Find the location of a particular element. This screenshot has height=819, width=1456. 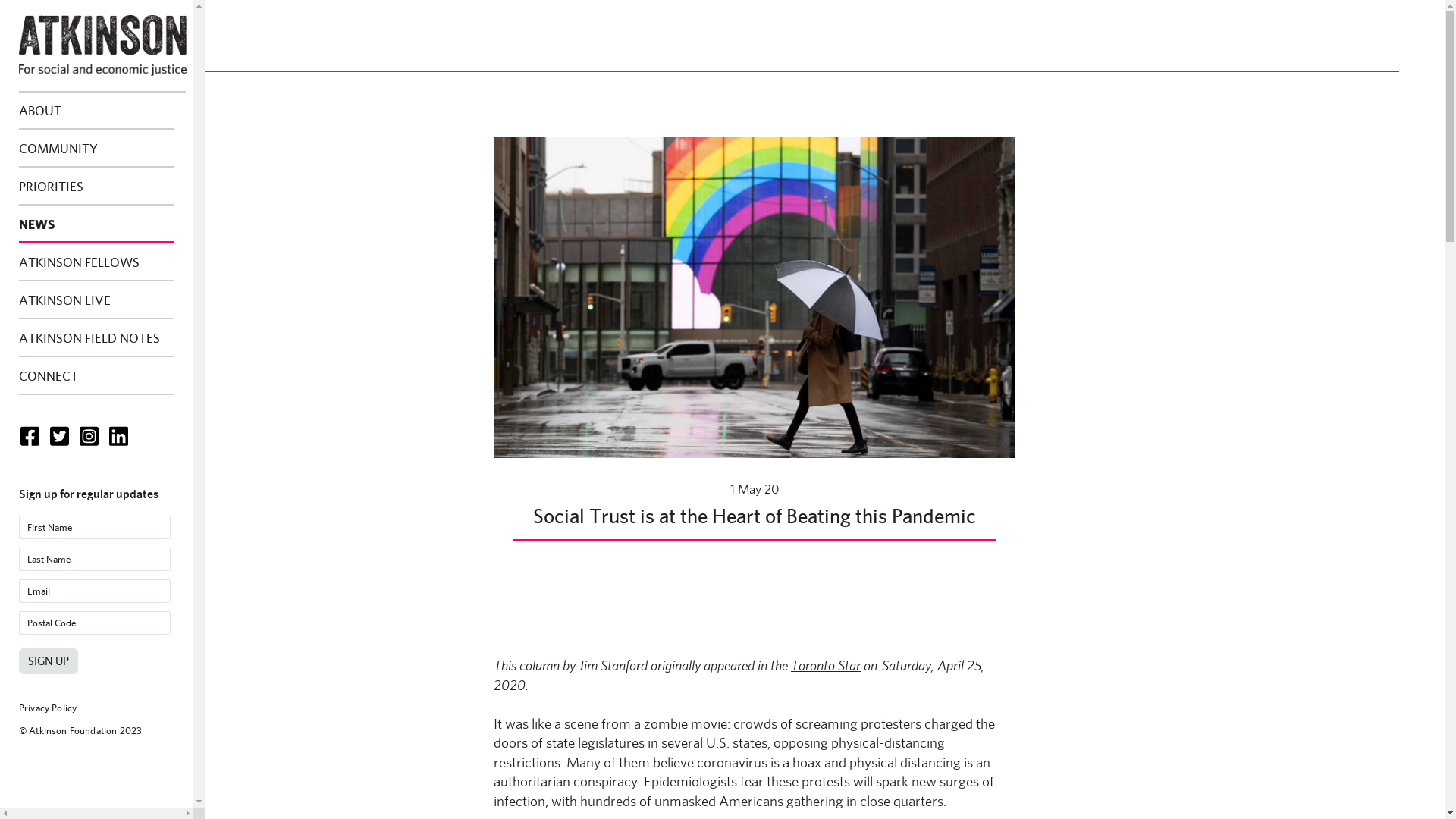

'ABOUT' is located at coordinates (96, 110).